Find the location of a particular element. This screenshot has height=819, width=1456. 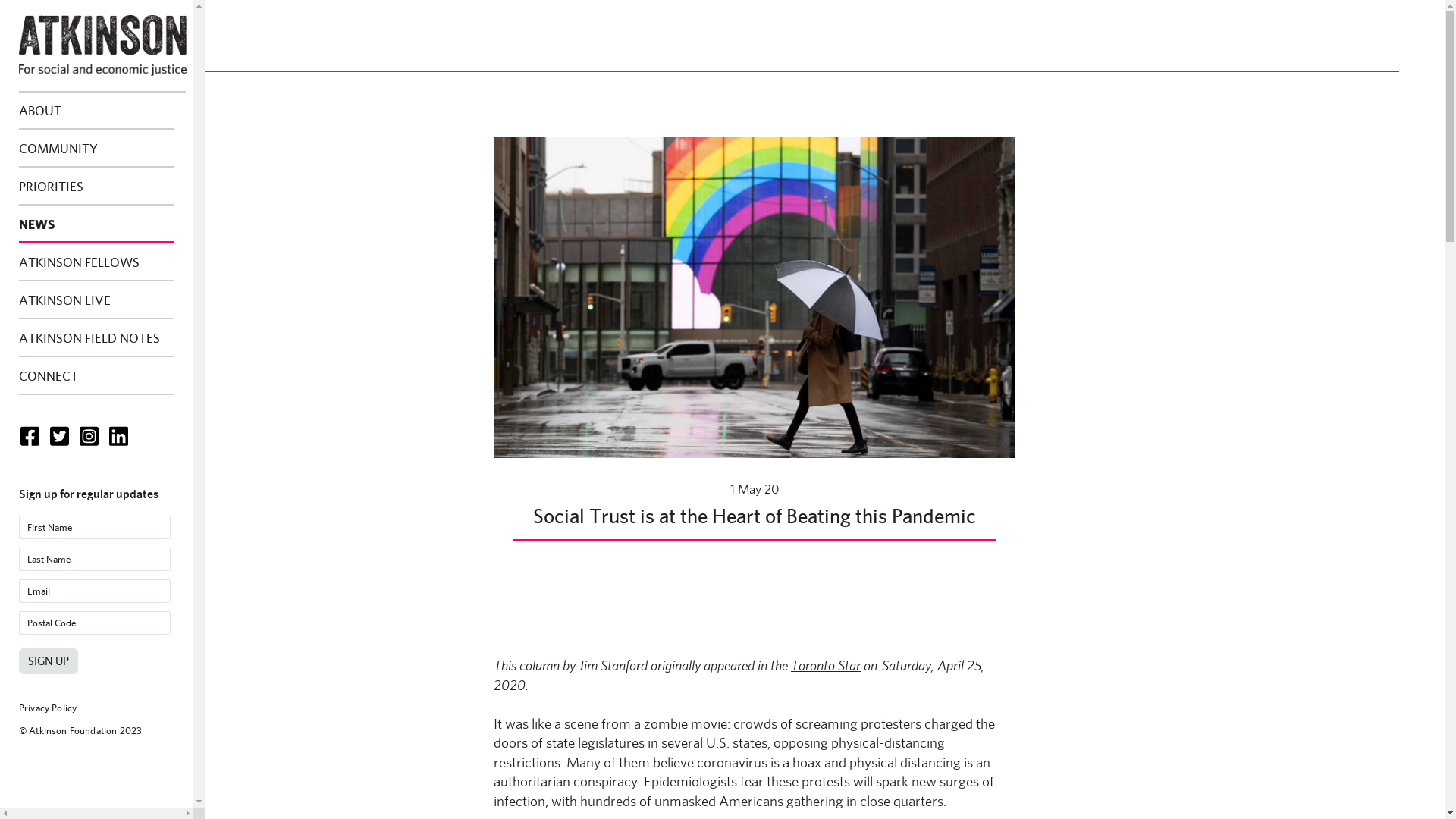

'ABOUT' is located at coordinates (96, 110).